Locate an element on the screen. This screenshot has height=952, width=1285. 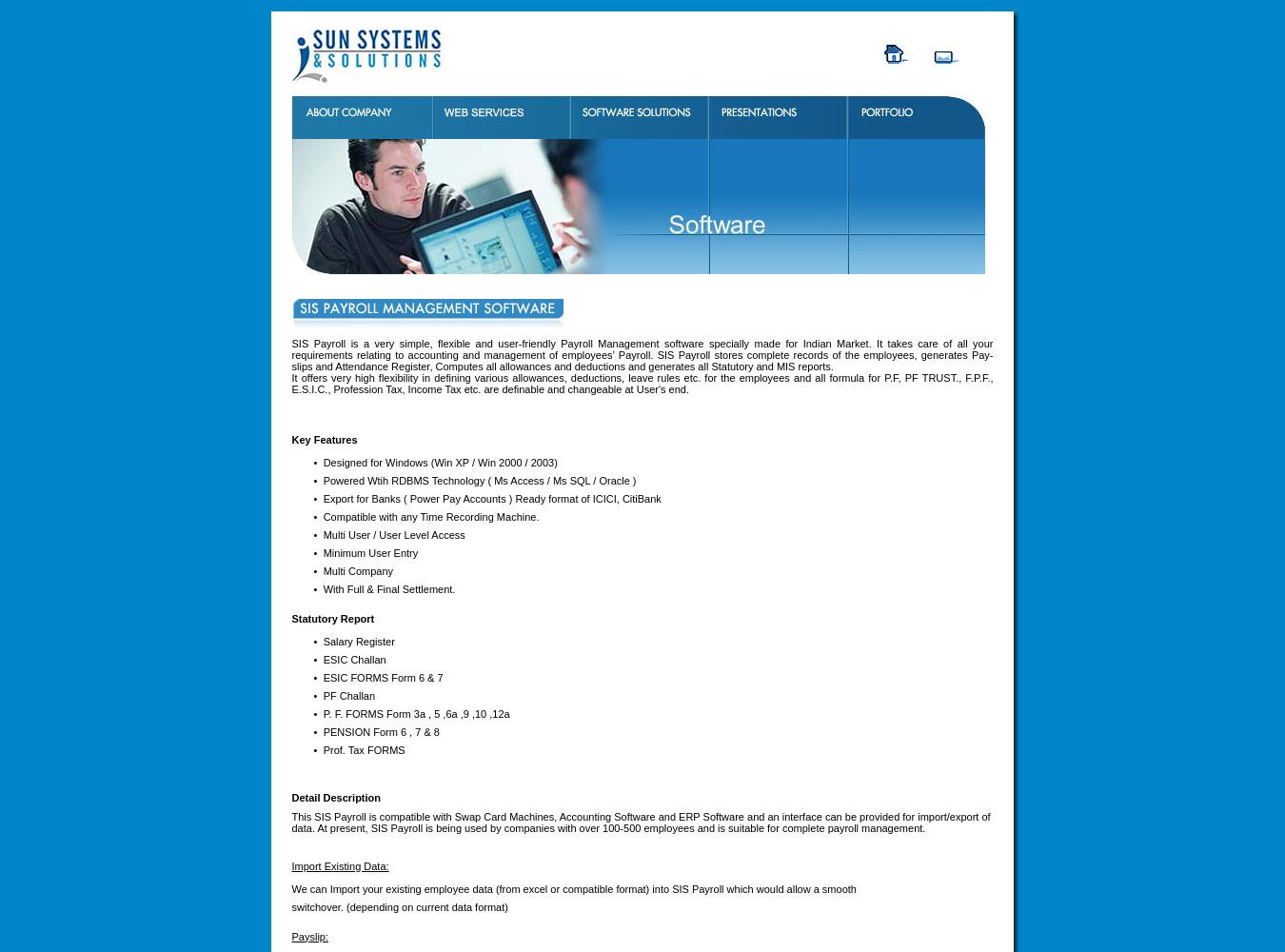
'Multi User / User Level Access' is located at coordinates (322, 534).